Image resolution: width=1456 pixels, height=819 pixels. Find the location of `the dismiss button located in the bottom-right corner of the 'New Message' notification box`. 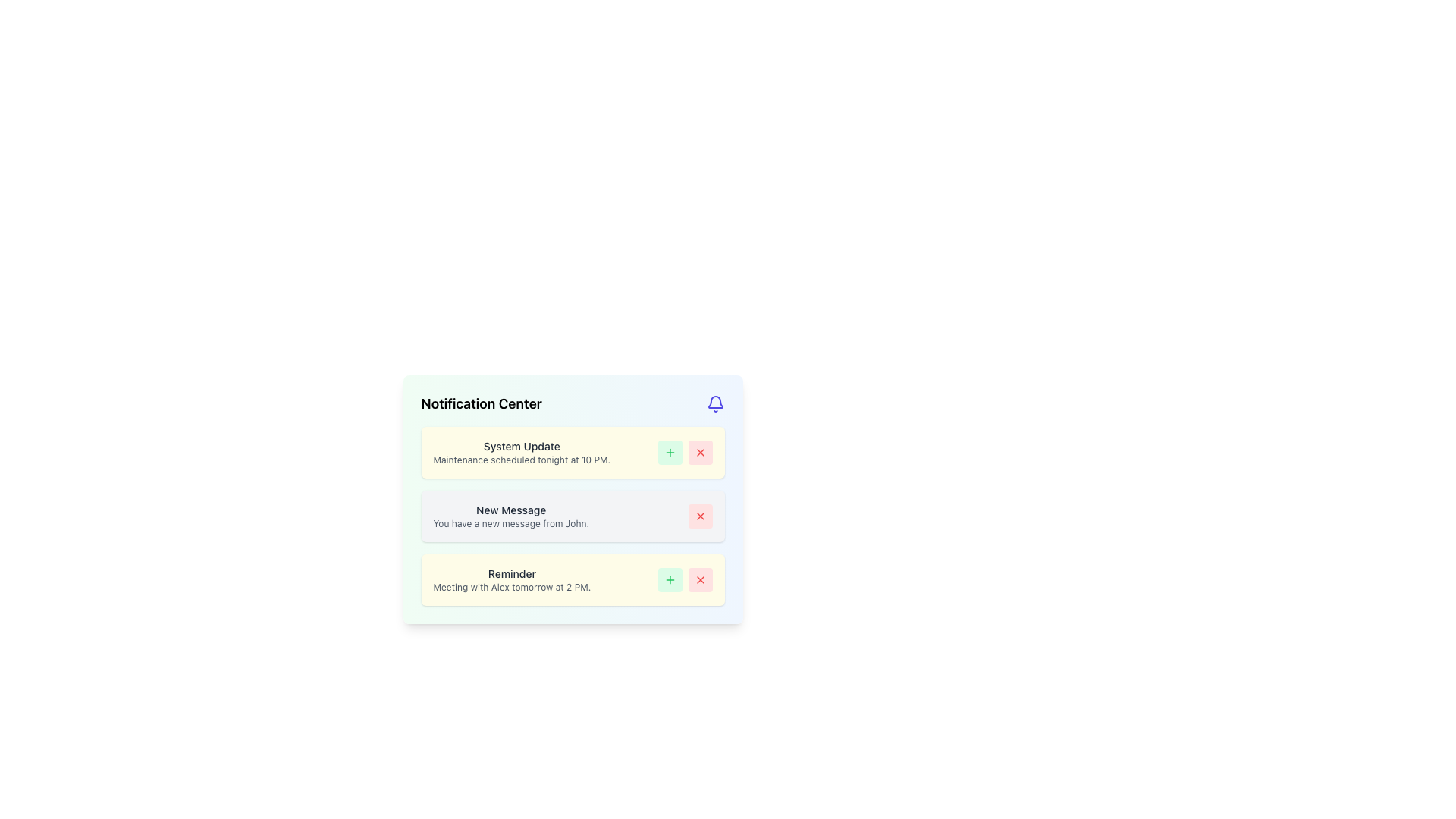

the dismiss button located in the bottom-right corner of the 'New Message' notification box is located at coordinates (699, 516).